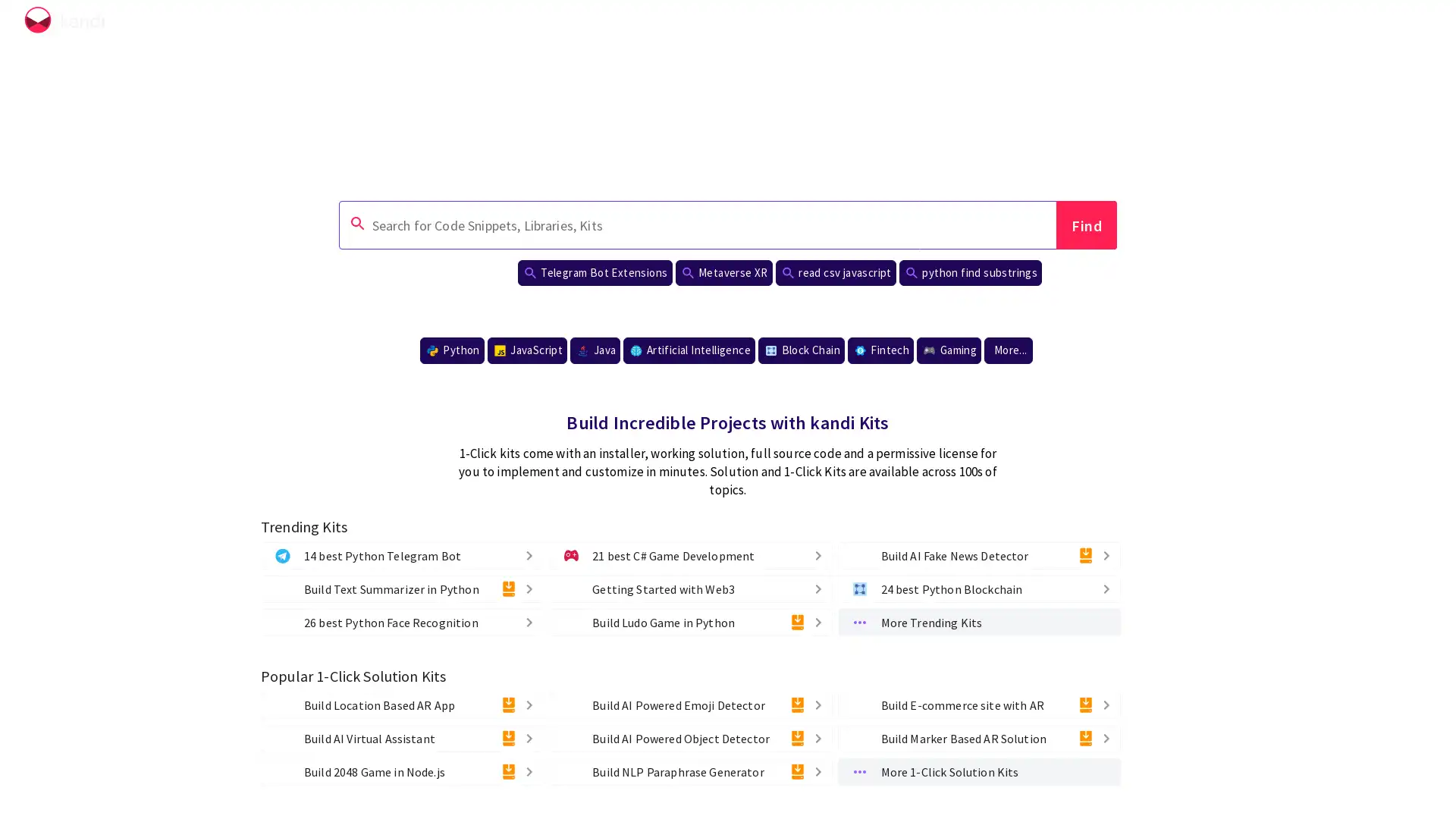 The image size is (1456, 819). I want to click on delete, so click(529, 622).